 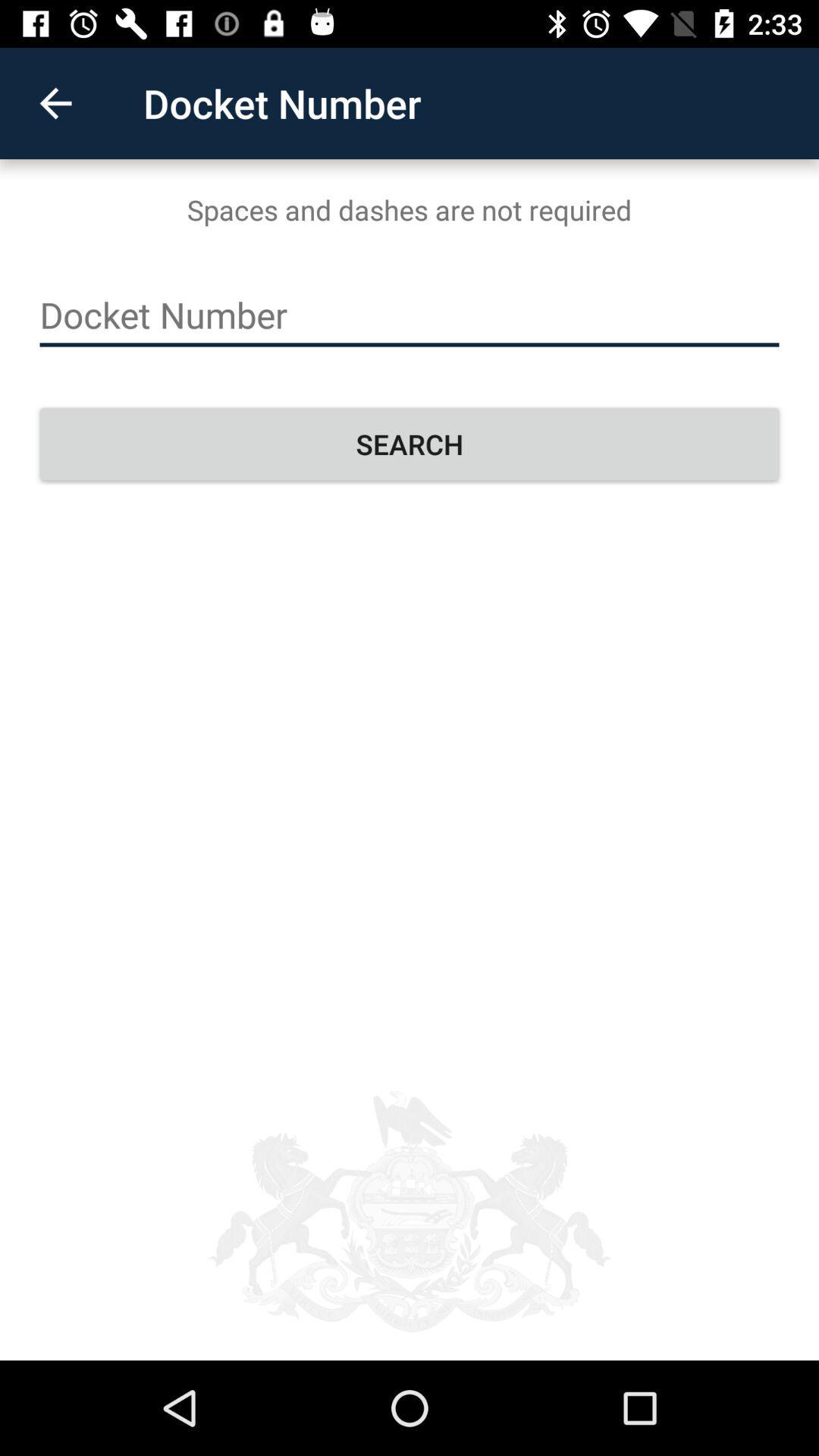 I want to click on item below spaces and dashes, so click(x=409, y=315).